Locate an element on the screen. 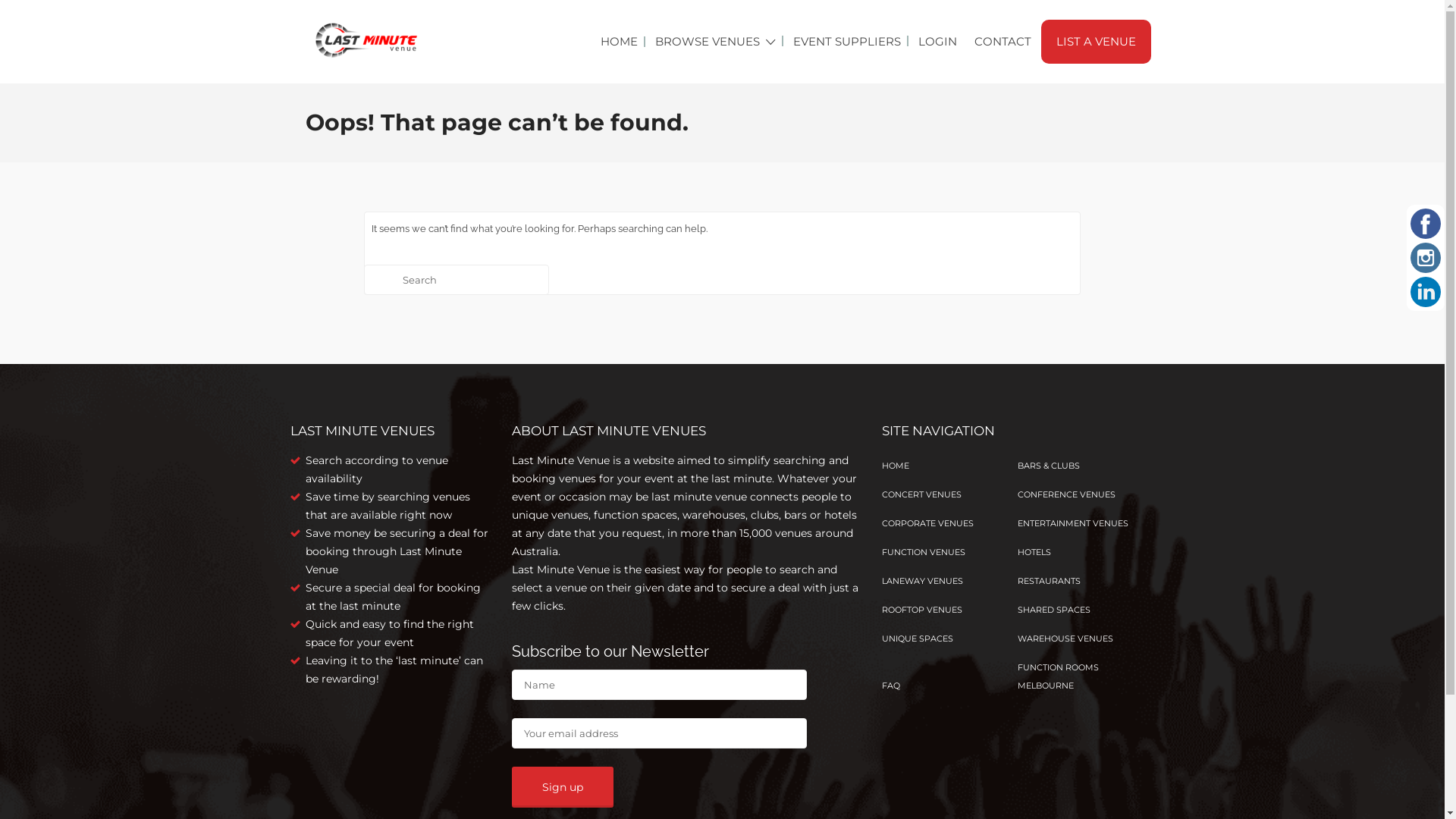 Image resolution: width=1456 pixels, height=819 pixels. 'ENTERTAINMENT VENUES' is located at coordinates (1072, 522).